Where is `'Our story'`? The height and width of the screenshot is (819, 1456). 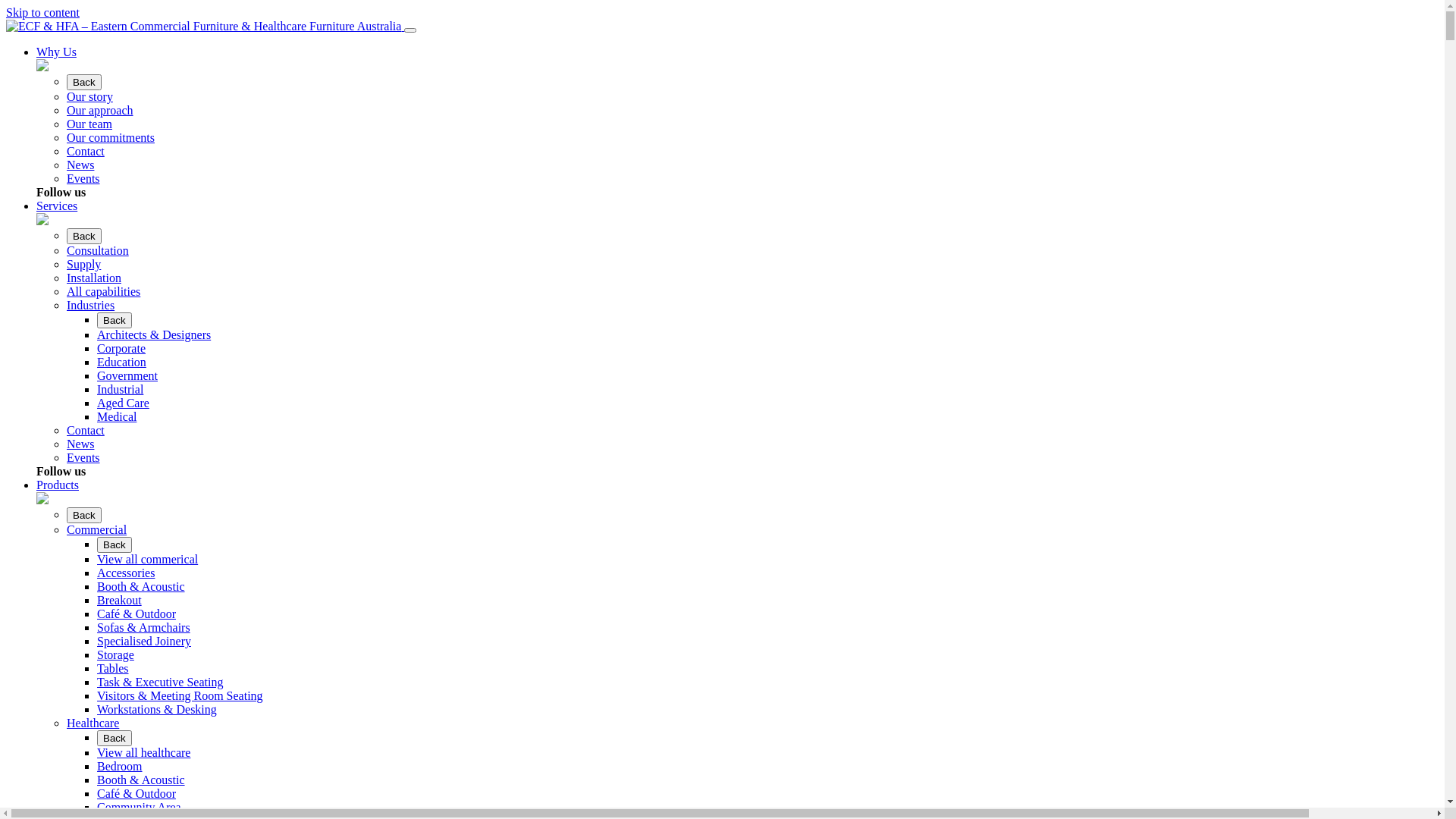
'Our story' is located at coordinates (89, 96).